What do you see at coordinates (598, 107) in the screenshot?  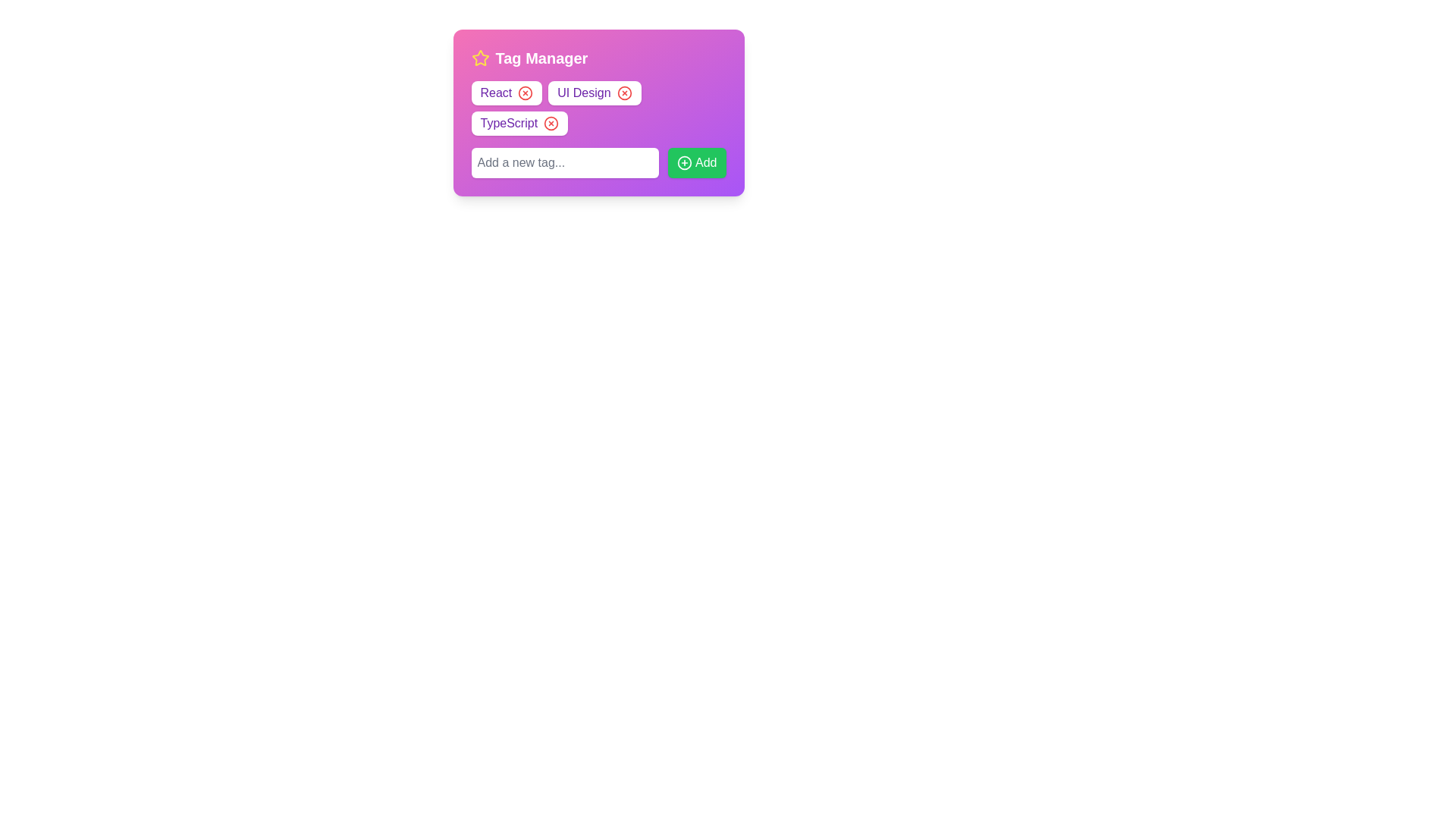 I see `the non-interactive multi-word text label displaying tags, located just below the 'Tag Manager' title and above the horizontal input field with a green button` at bounding box center [598, 107].